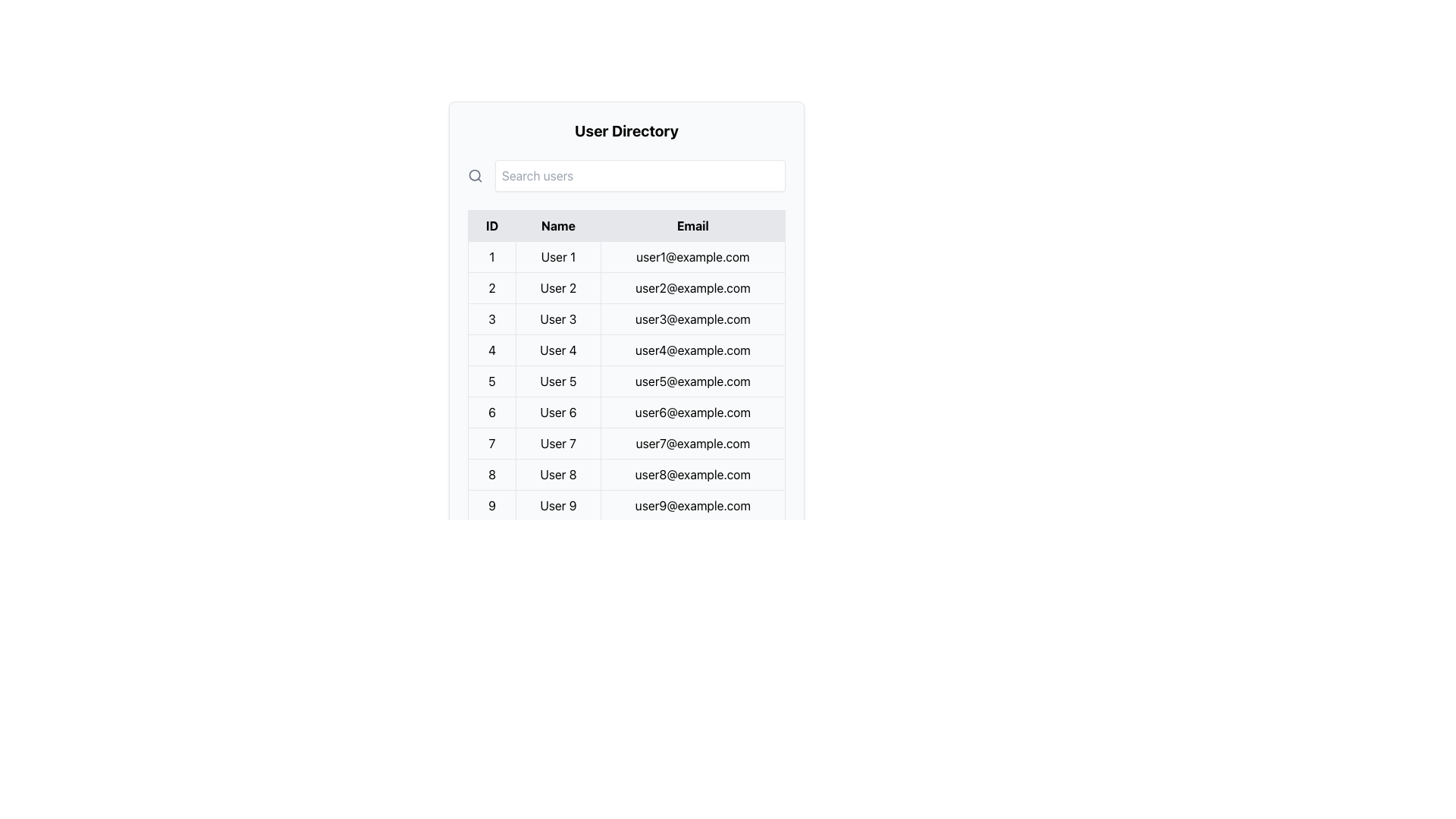  I want to click on the fourth row of the user directory table that contains '4', 'User 4', and 'user4@example.com', so click(626, 350).